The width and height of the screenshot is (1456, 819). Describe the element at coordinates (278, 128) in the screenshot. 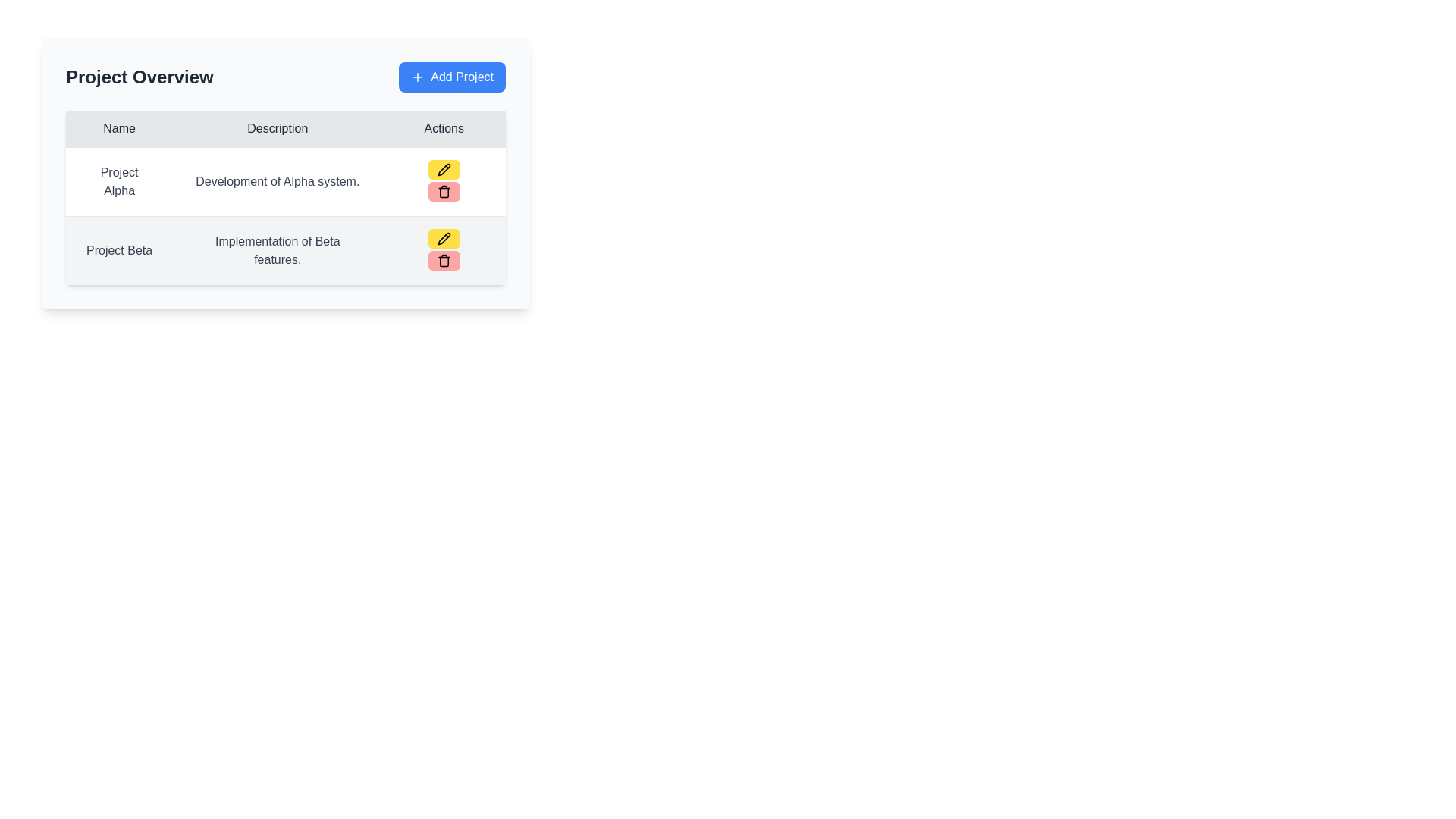

I see `the header title 'Description' in the second column of the table, which is positioned between 'Name' and 'Actions'` at that location.